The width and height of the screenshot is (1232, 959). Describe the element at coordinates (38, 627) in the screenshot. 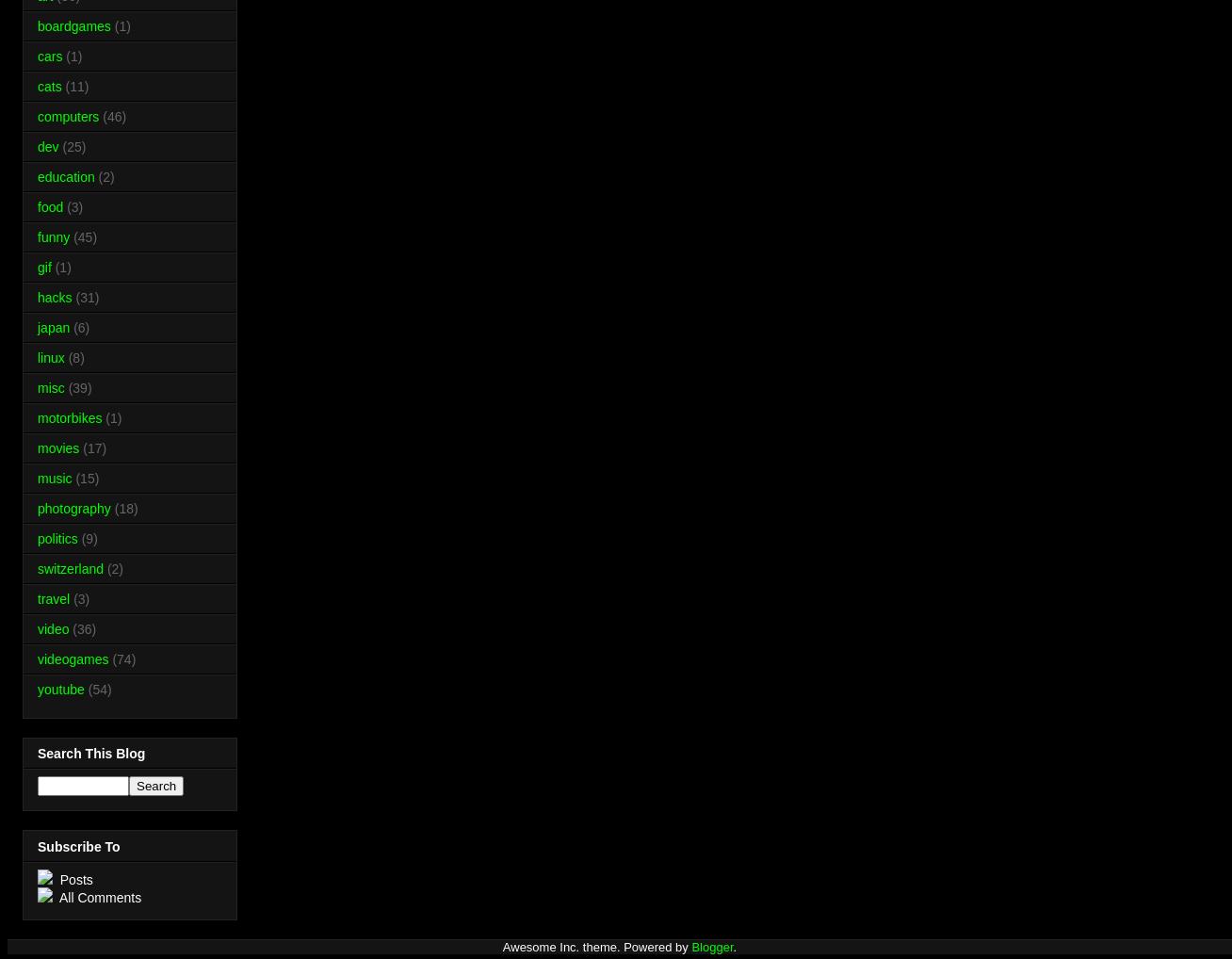

I see `'video'` at that location.